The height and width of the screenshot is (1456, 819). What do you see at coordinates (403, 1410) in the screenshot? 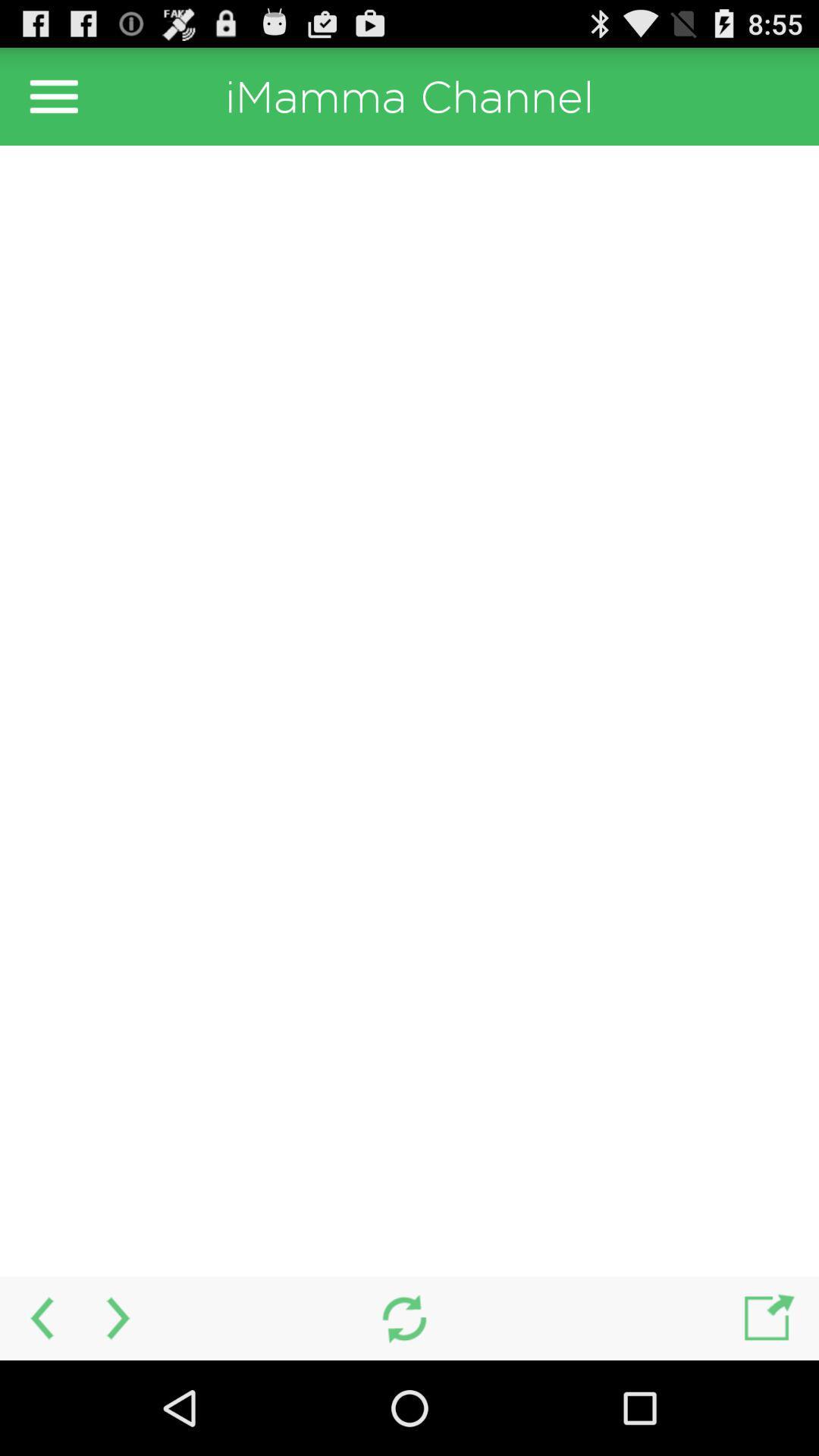
I see `the refresh icon` at bounding box center [403, 1410].